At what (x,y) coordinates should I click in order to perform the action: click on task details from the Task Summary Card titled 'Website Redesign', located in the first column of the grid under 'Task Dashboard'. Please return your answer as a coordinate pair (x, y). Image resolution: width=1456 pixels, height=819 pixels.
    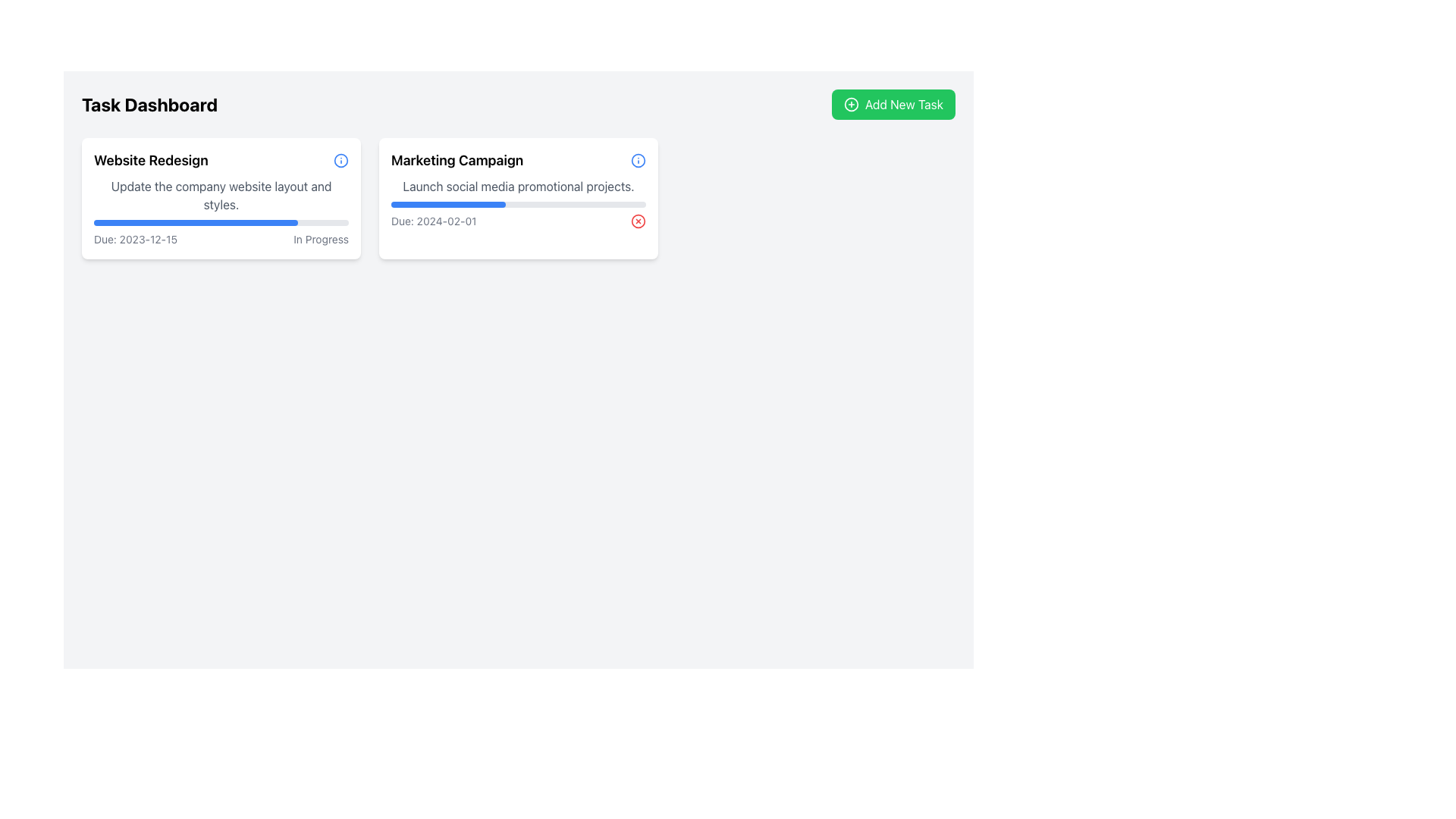
    Looking at the image, I should click on (221, 198).